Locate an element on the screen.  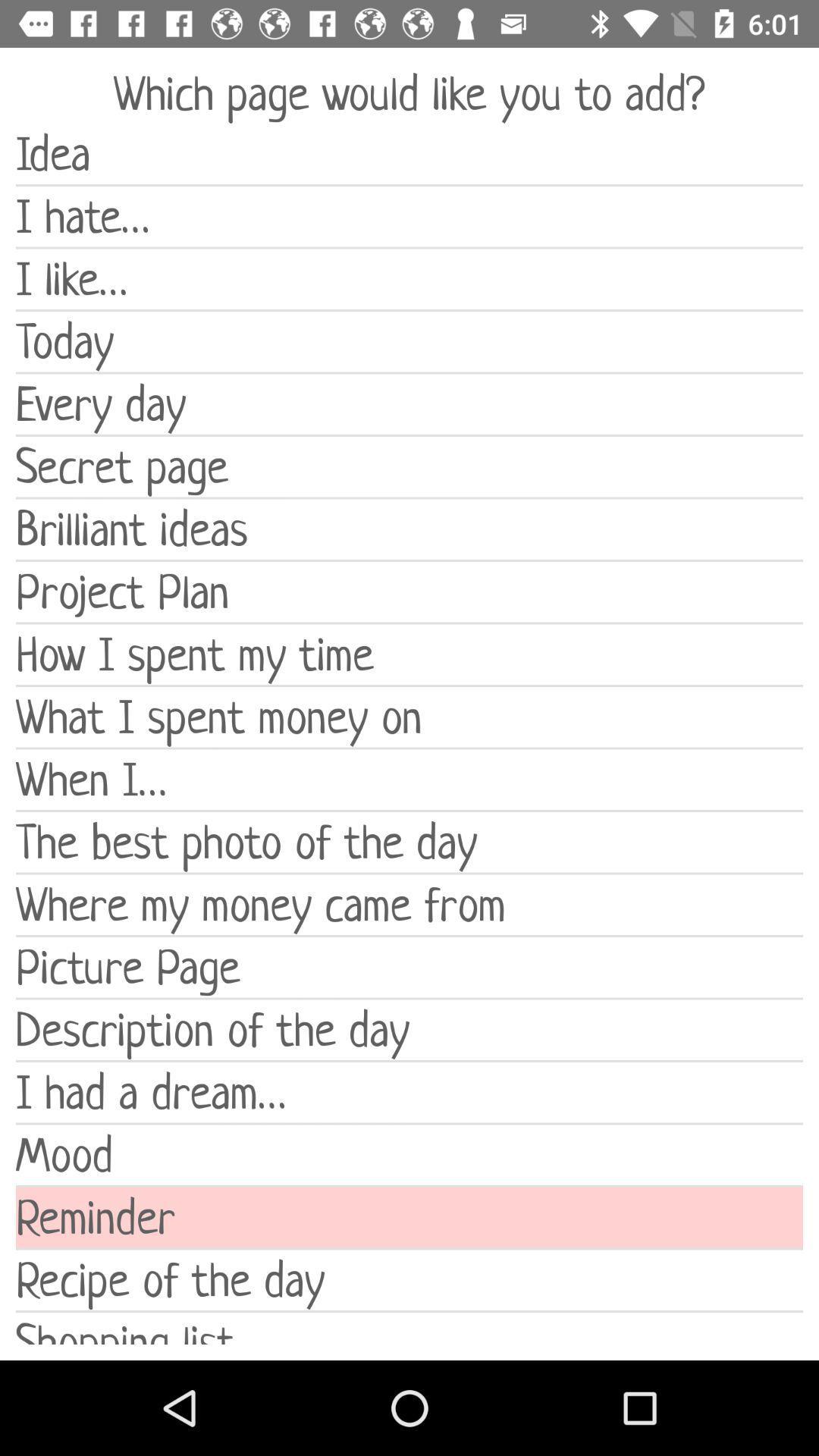
icon above the where my money icon is located at coordinates (409, 841).